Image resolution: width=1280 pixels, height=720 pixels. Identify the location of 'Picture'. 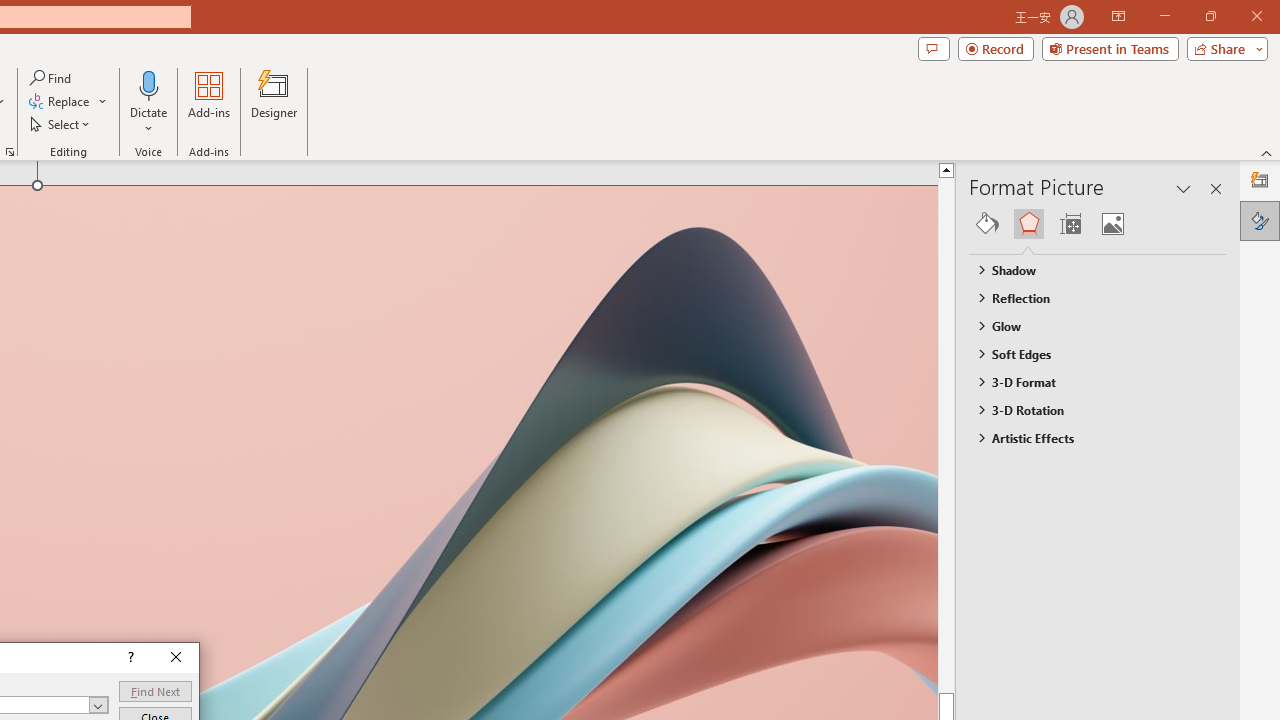
(1111, 223).